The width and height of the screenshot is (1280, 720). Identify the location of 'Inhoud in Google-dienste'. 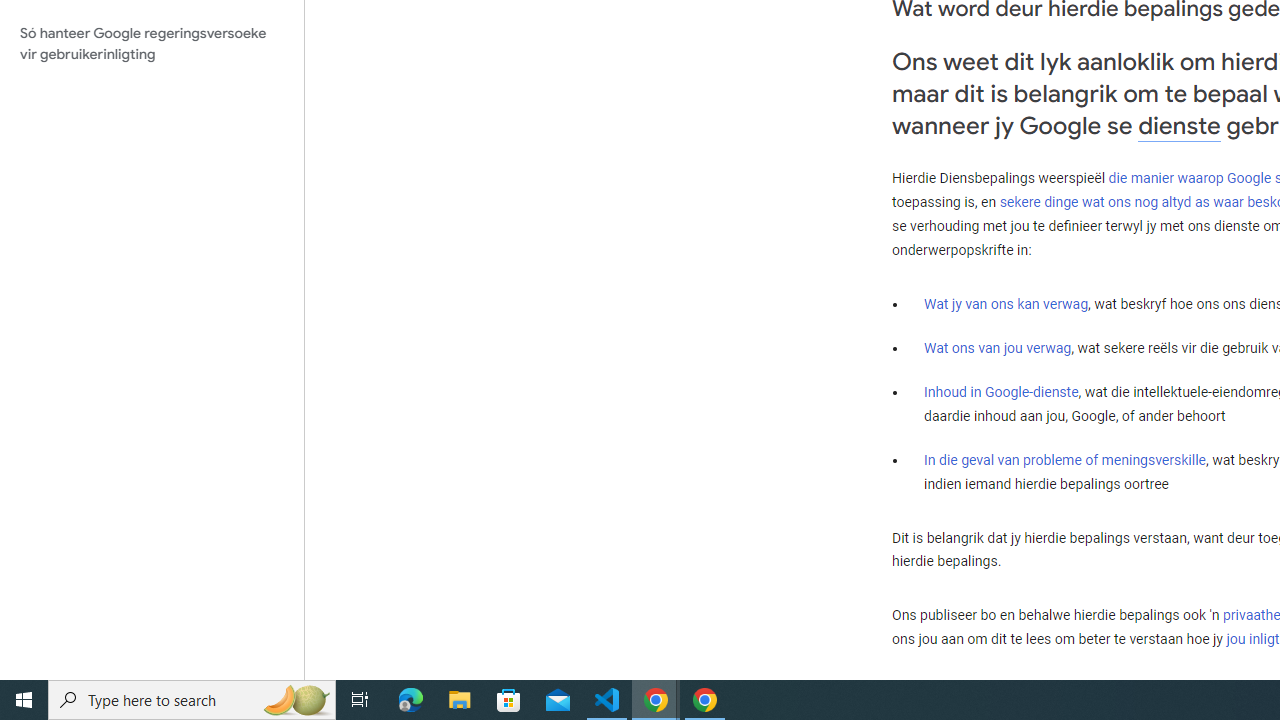
(1001, 392).